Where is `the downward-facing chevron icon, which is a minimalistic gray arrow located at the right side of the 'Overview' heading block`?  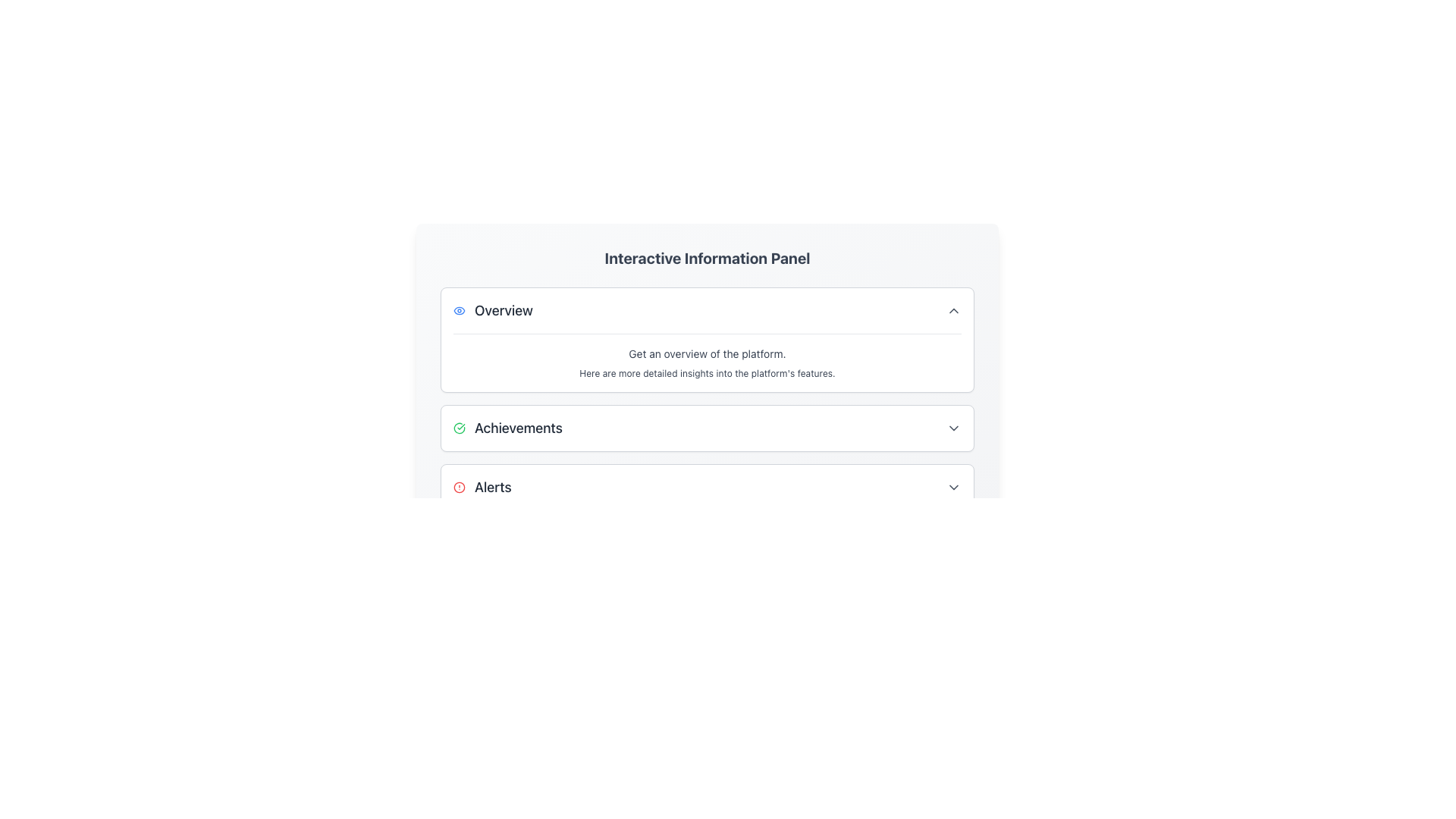 the downward-facing chevron icon, which is a minimalistic gray arrow located at the right side of the 'Overview' heading block is located at coordinates (952, 309).